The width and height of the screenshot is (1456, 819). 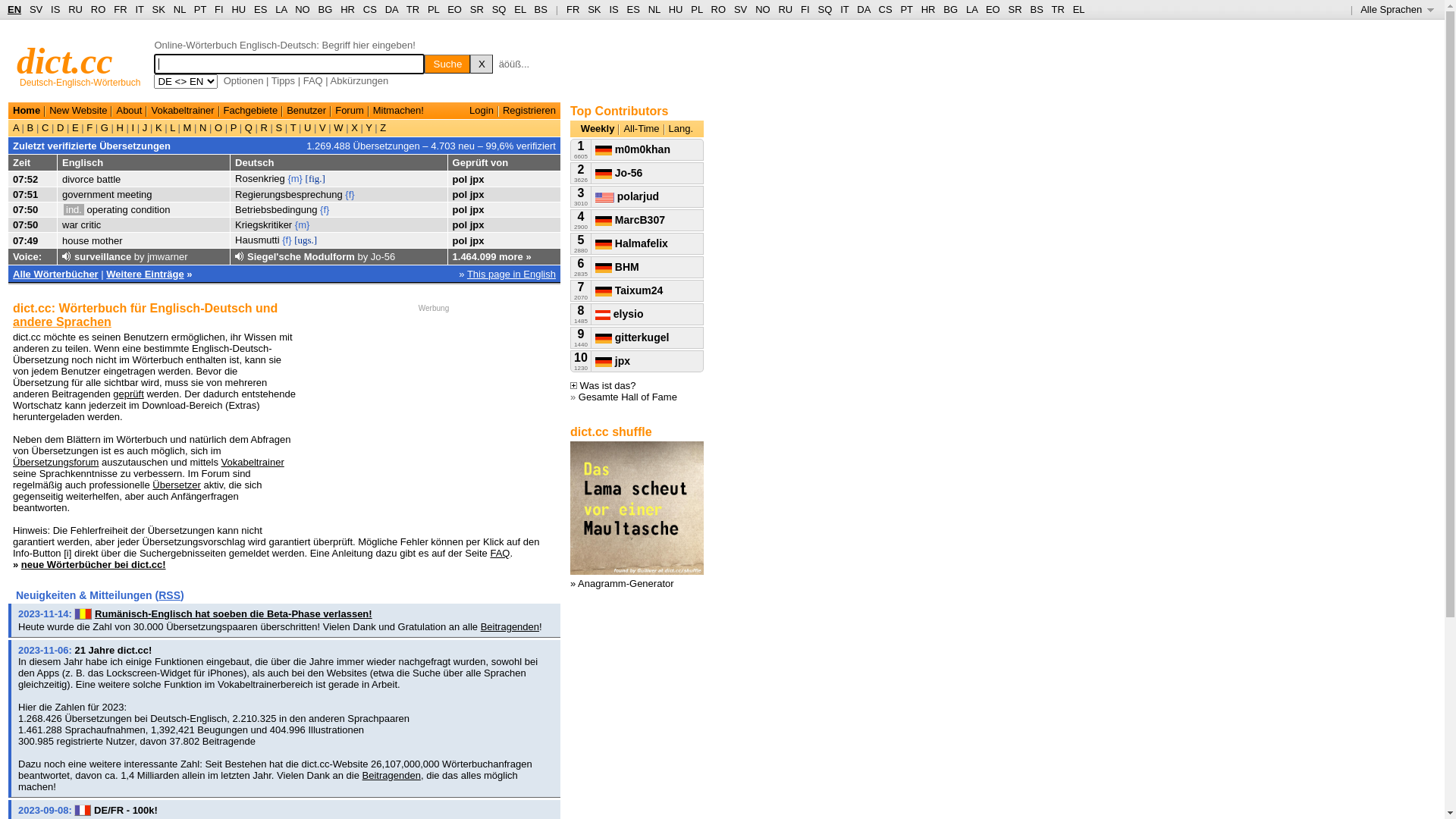 What do you see at coordinates (119, 9) in the screenshot?
I see `'FR'` at bounding box center [119, 9].